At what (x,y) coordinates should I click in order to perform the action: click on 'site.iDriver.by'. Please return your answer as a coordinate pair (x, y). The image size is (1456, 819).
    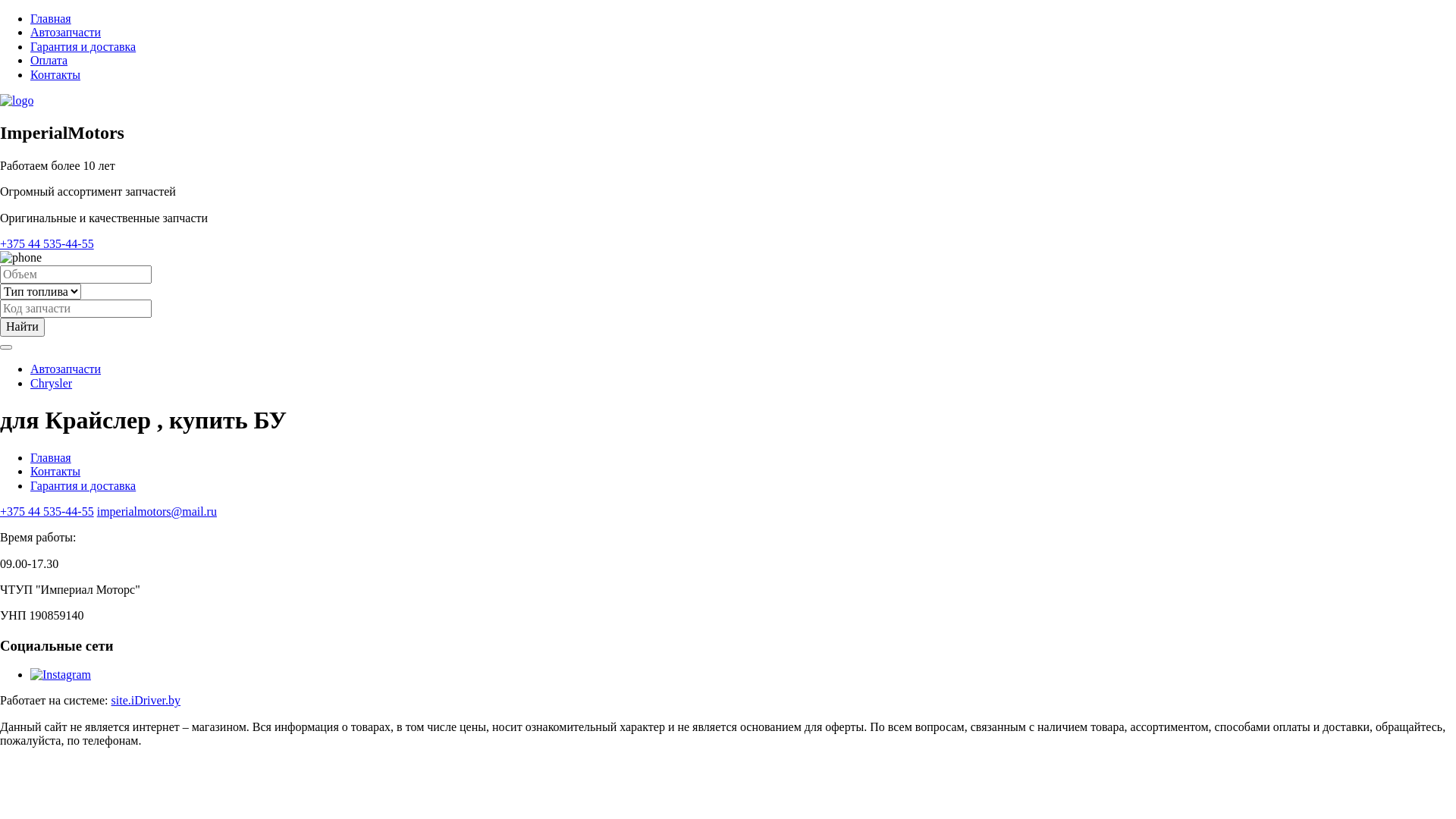
    Looking at the image, I should click on (146, 700).